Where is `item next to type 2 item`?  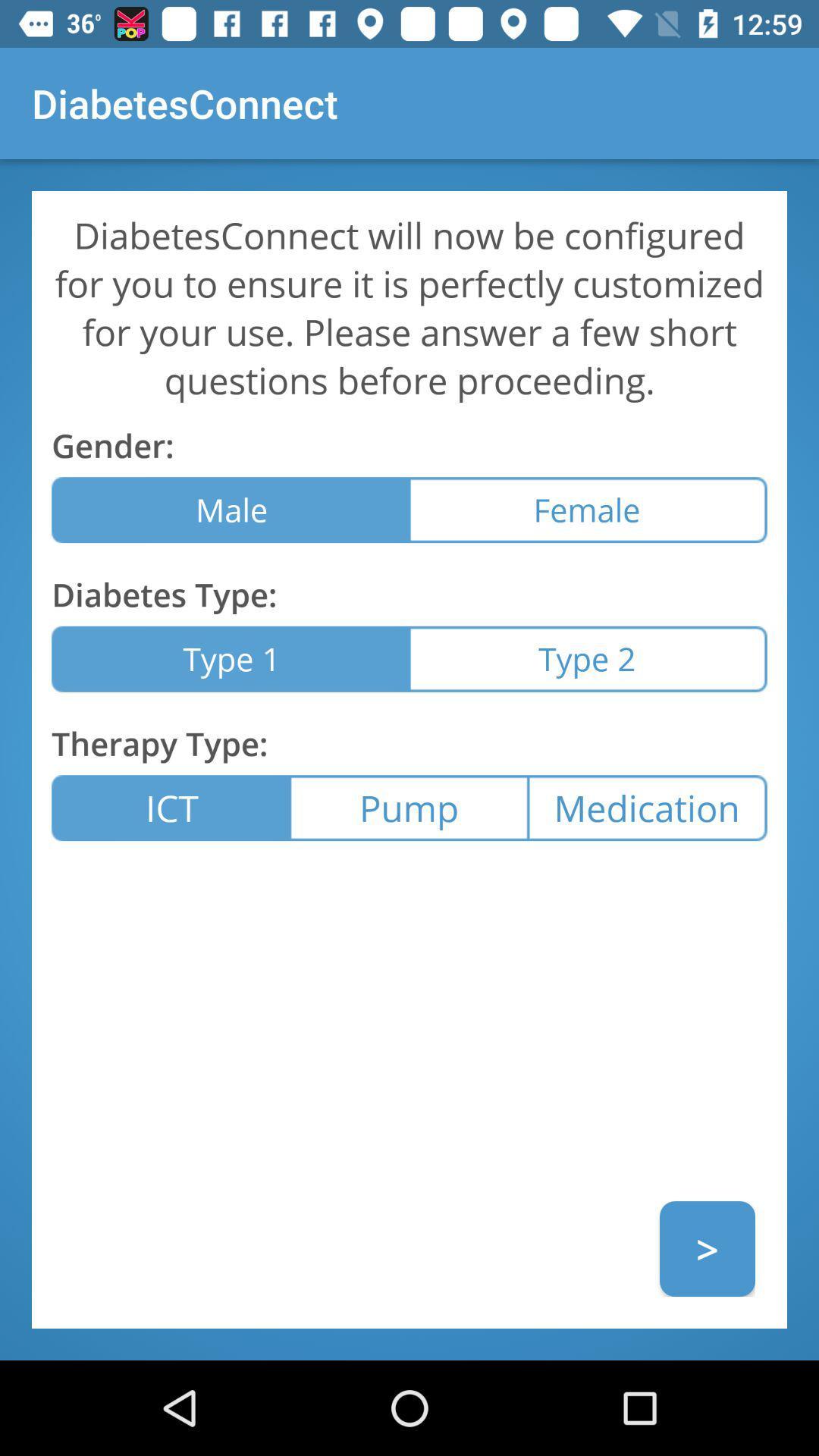 item next to type 2 item is located at coordinates (231, 659).